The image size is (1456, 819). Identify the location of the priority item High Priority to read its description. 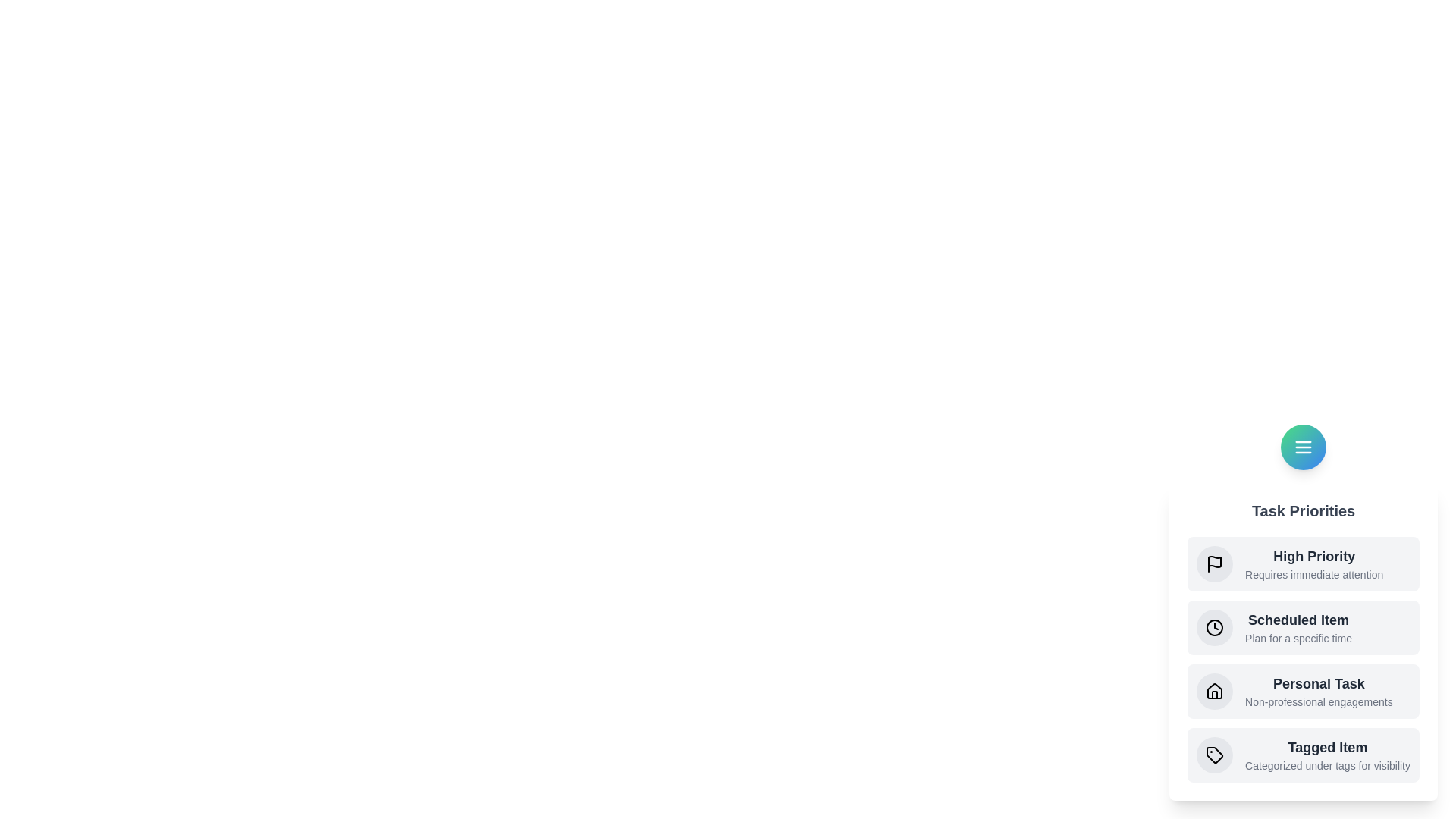
(1302, 564).